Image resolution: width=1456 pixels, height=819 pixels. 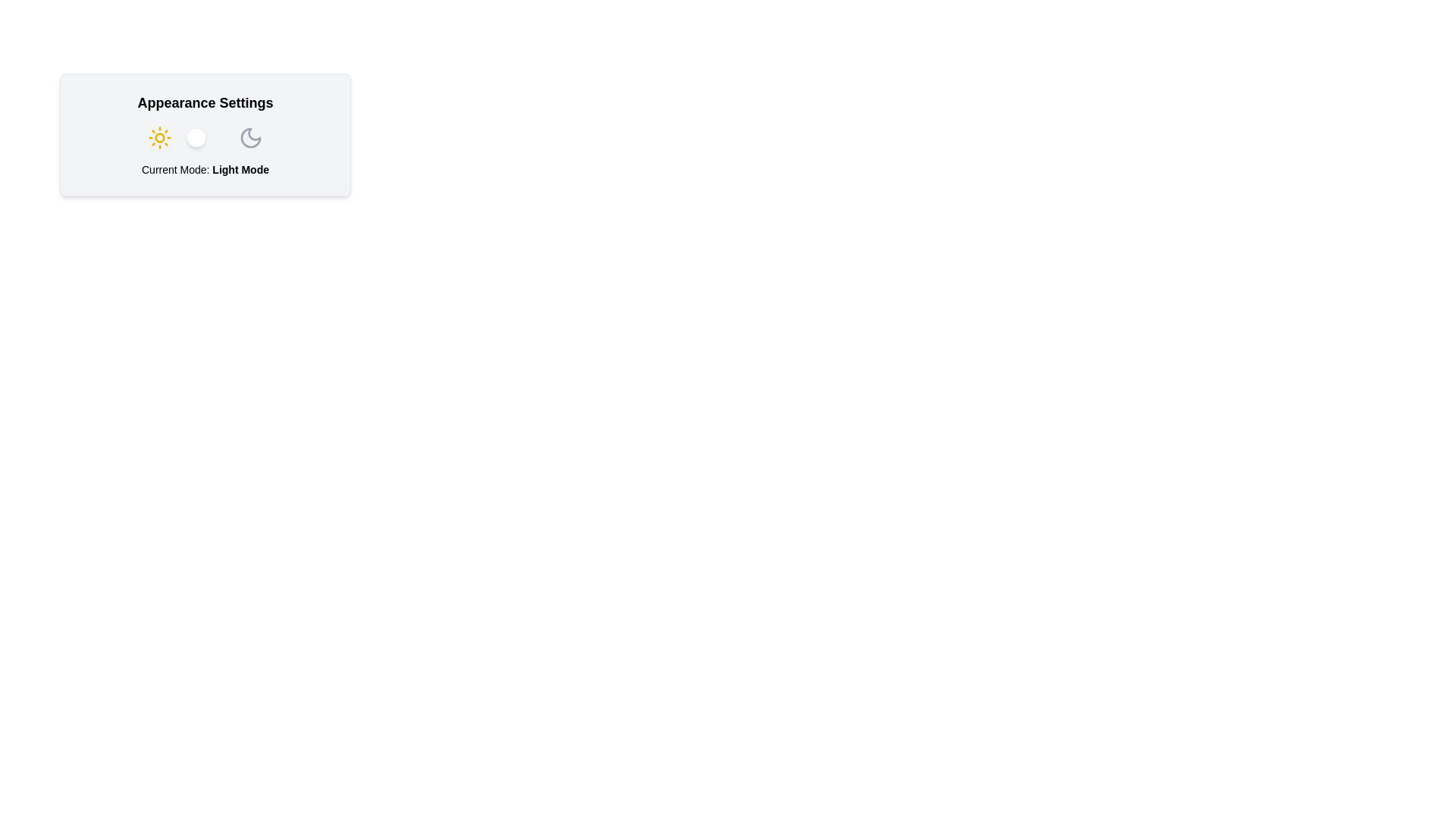 What do you see at coordinates (204, 137) in the screenshot?
I see `the circular toggle of the Appearance Settings Toggle switch` at bounding box center [204, 137].